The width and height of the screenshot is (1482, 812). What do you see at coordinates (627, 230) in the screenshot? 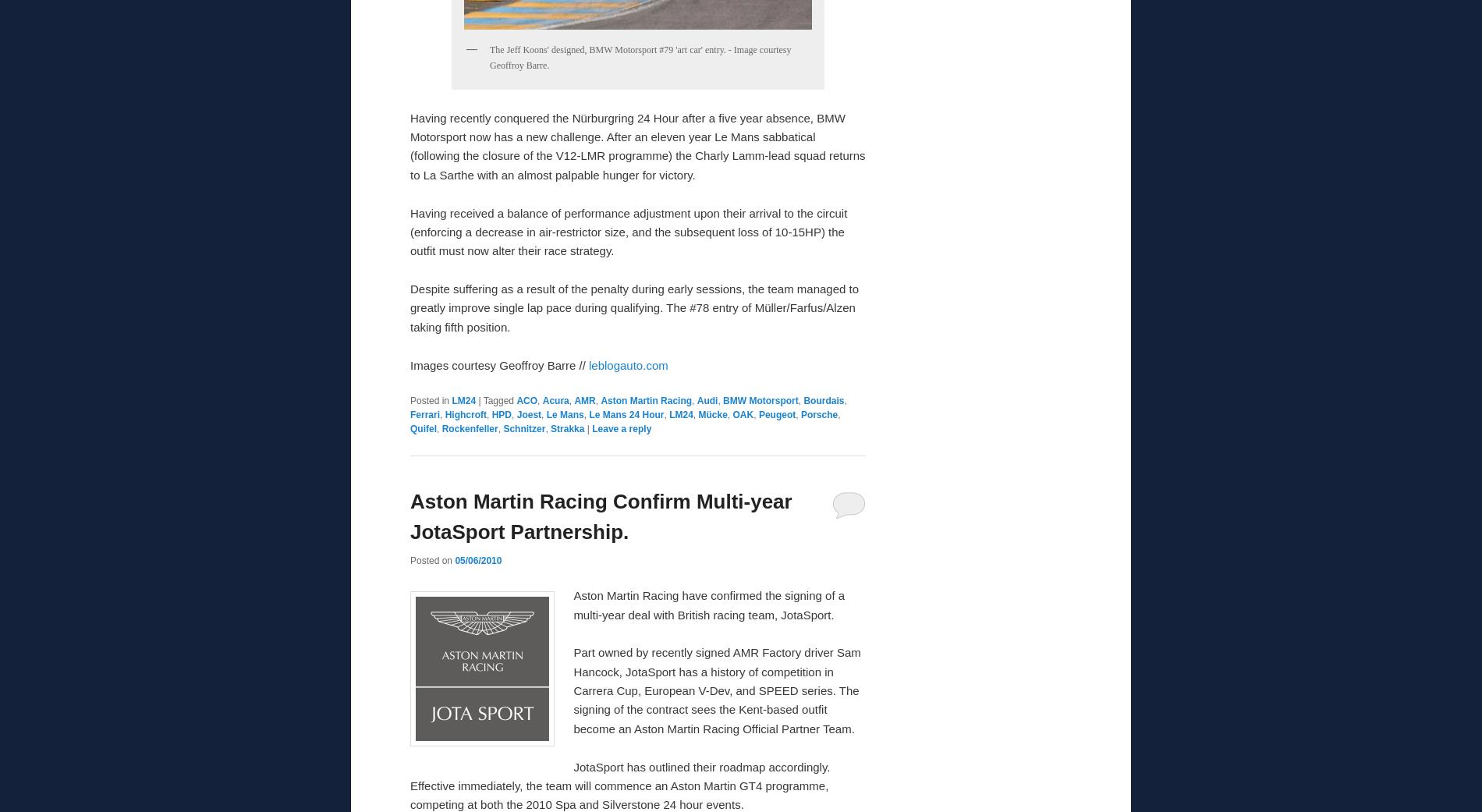
I see `'Having received a balance of performance adjustment upon their arrival to the circuit (enforcing a decrease in air-restrictor size, and the subsequent loss of 10-15HP) the outfit must now alter their race strategy.'` at bounding box center [627, 230].